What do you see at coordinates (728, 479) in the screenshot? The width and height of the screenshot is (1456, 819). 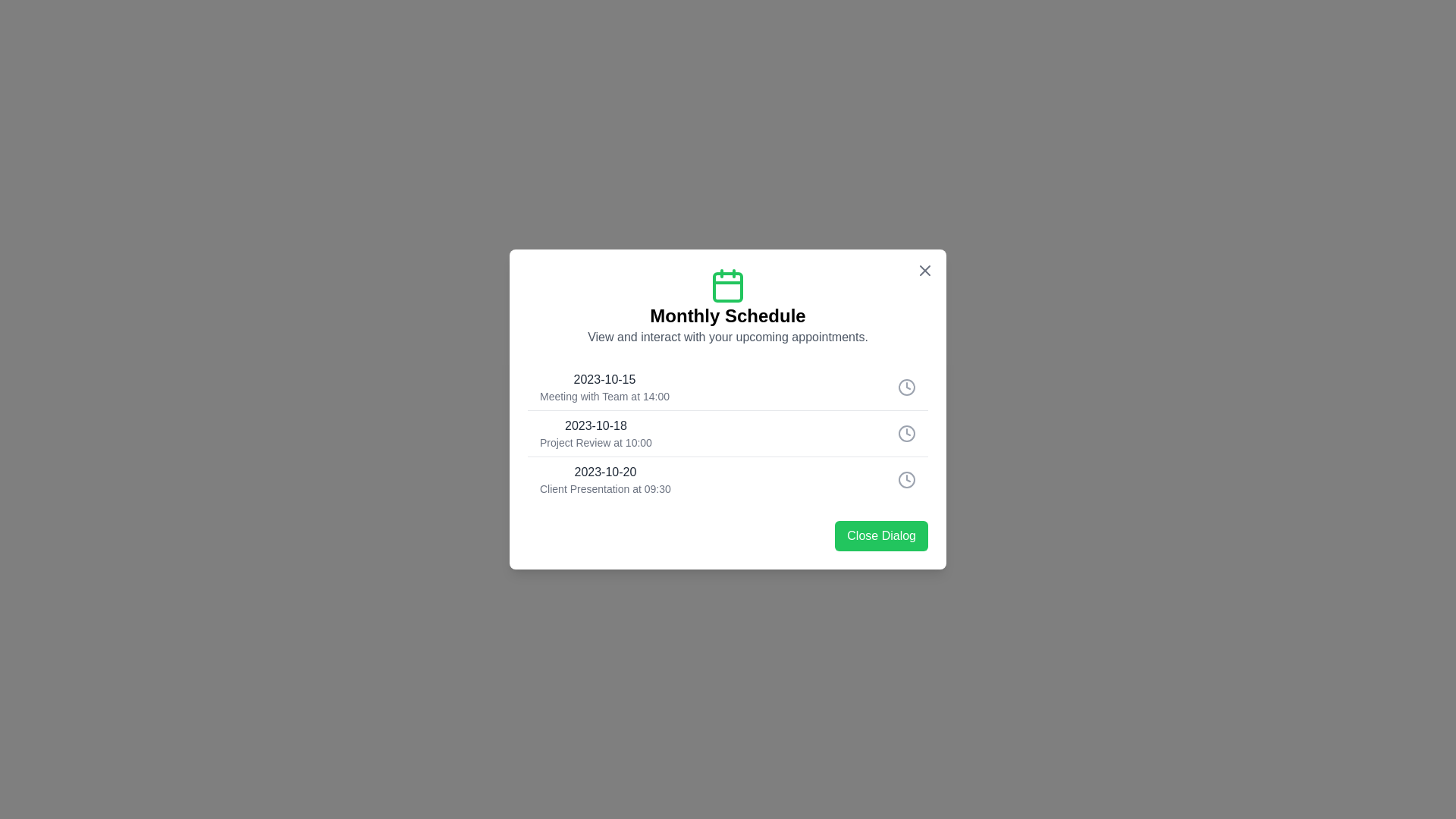 I see `the event corresponding to 2023-10-20 to highlight it` at bounding box center [728, 479].